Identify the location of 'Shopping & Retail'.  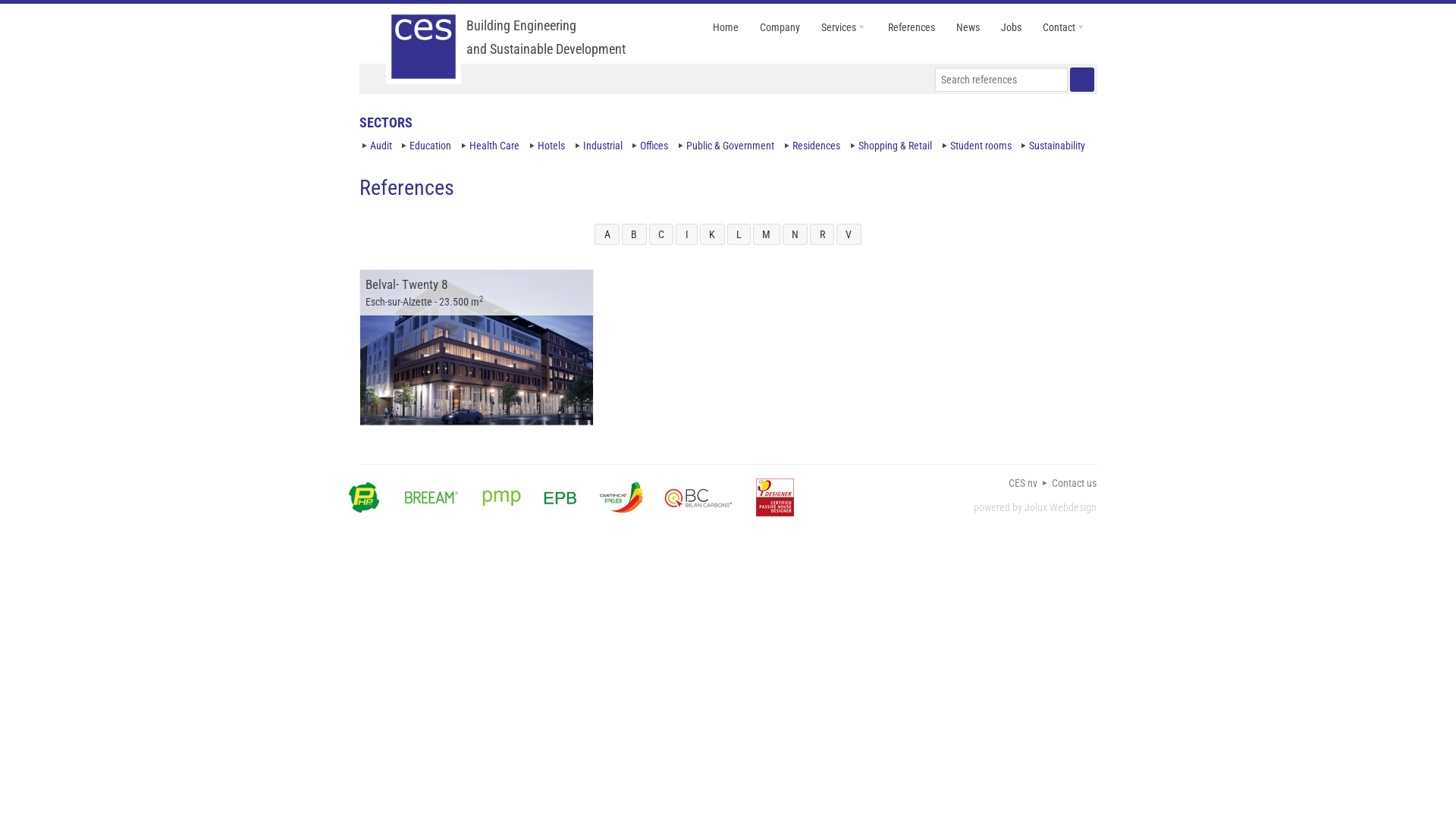
(895, 146).